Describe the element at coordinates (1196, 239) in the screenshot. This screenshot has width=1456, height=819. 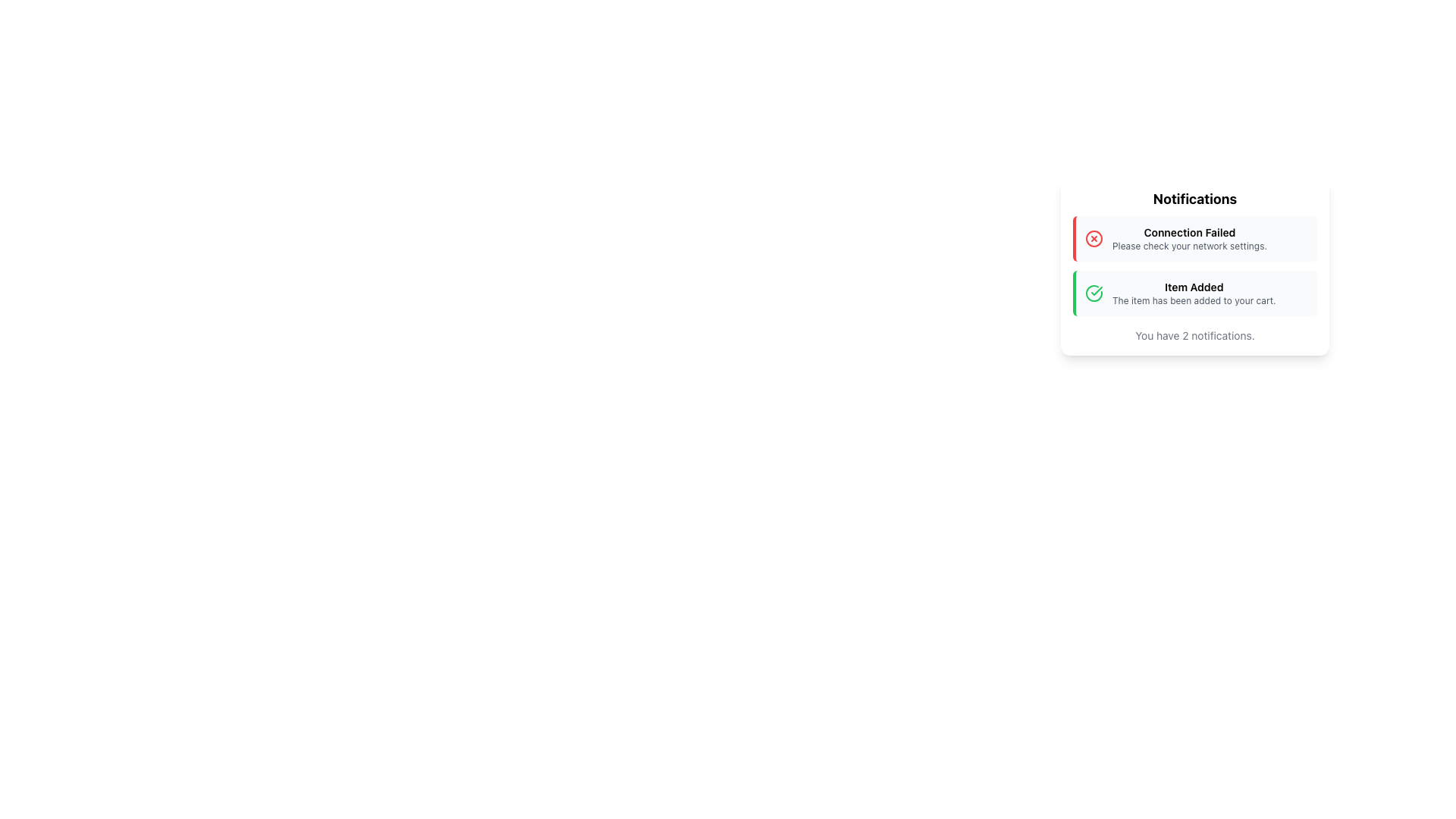
I see `the Notification Message indicating 'Connection Failed' with a red icon and two lines of text` at that location.